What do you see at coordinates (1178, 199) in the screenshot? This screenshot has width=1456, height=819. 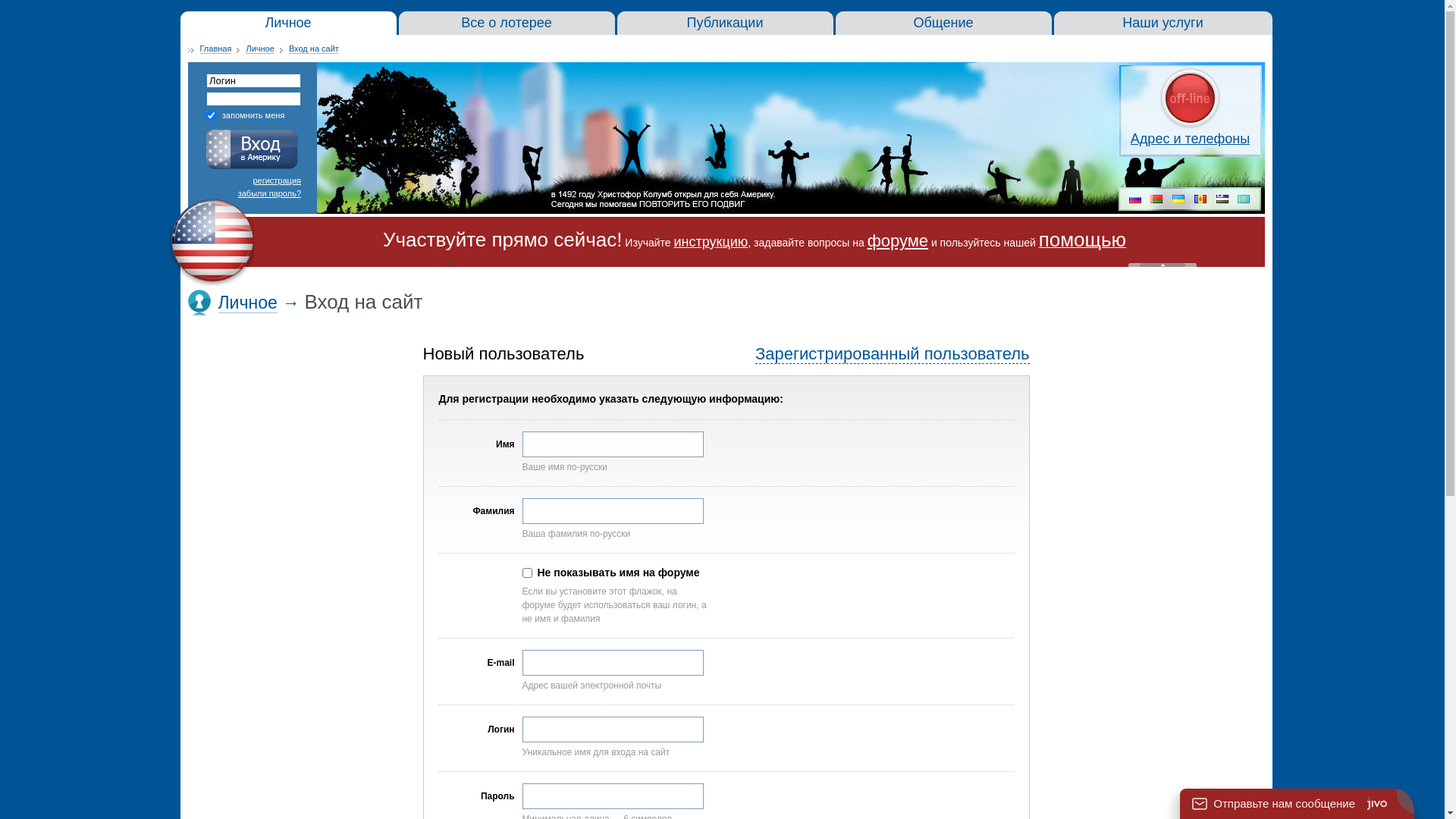 I see `'ua'` at bounding box center [1178, 199].